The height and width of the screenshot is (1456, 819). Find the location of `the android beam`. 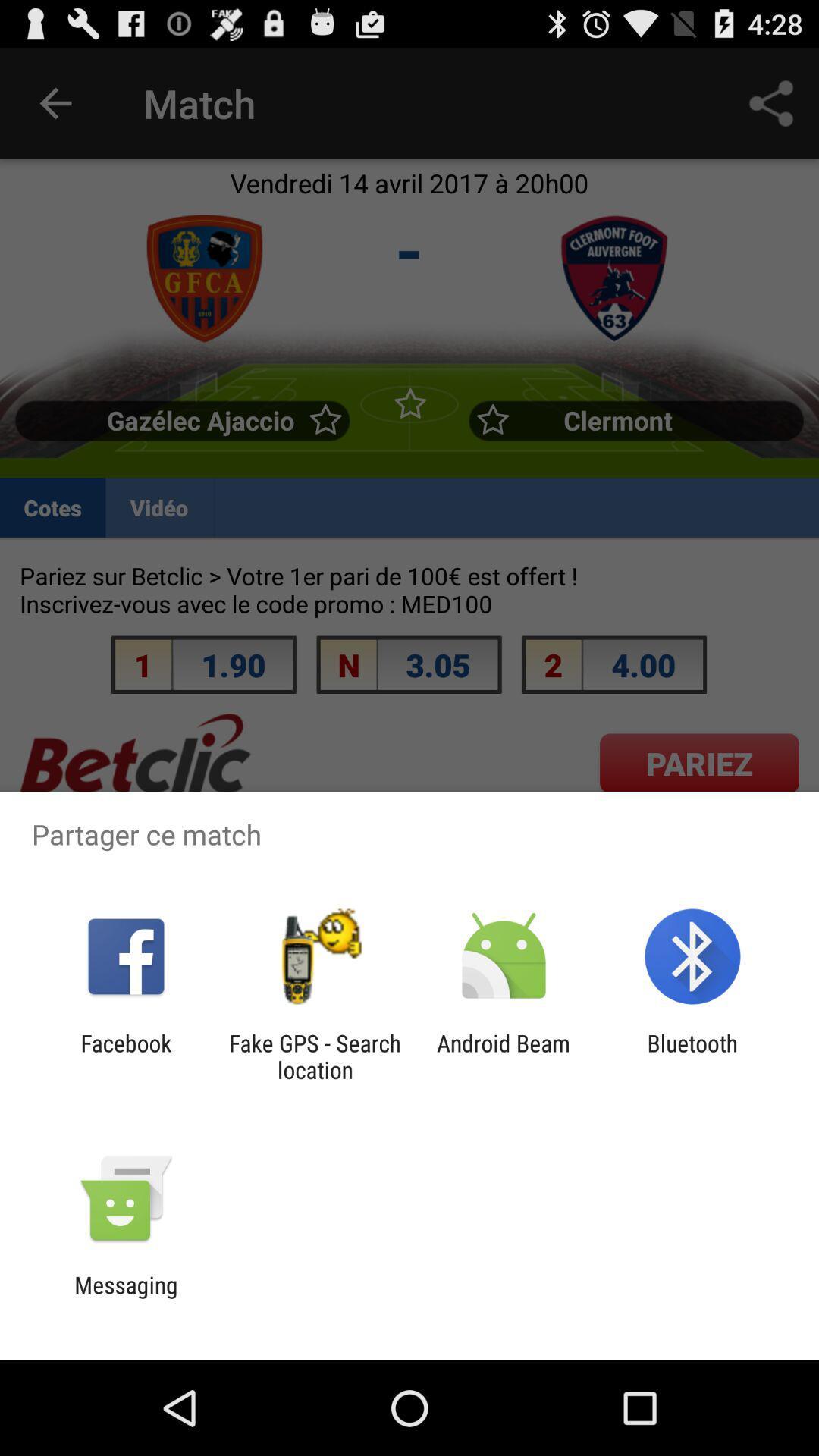

the android beam is located at coordinates (504, 1056).